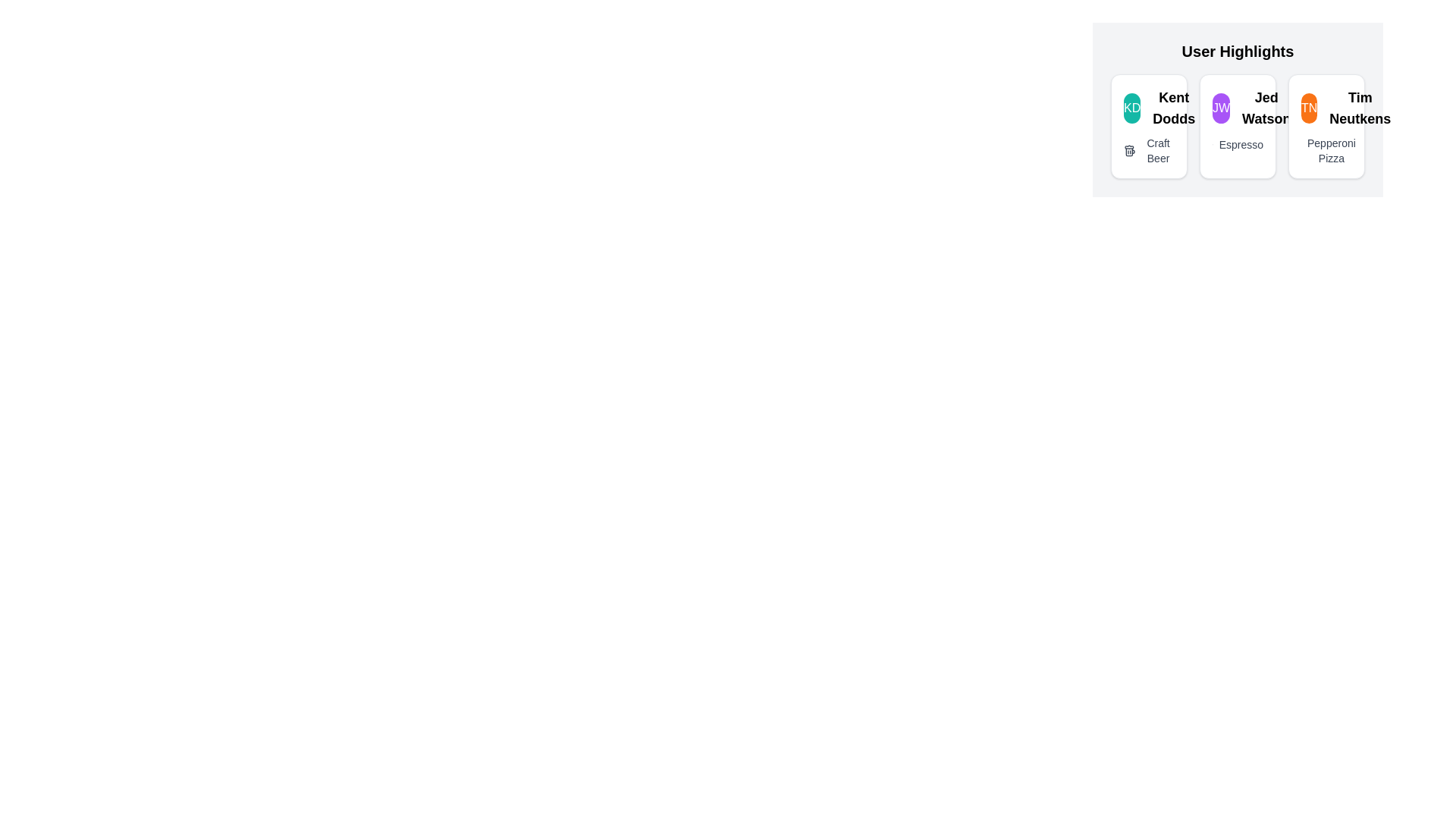 Image resolution: width=1456 pixels, height=819 pixels. Describe the element at coordinates (1241, 145) in the screenshot. I see `the Text label displaying 'Espresso' located in the user 'Jed Watson' card by moving the cursor to its center` at that location.